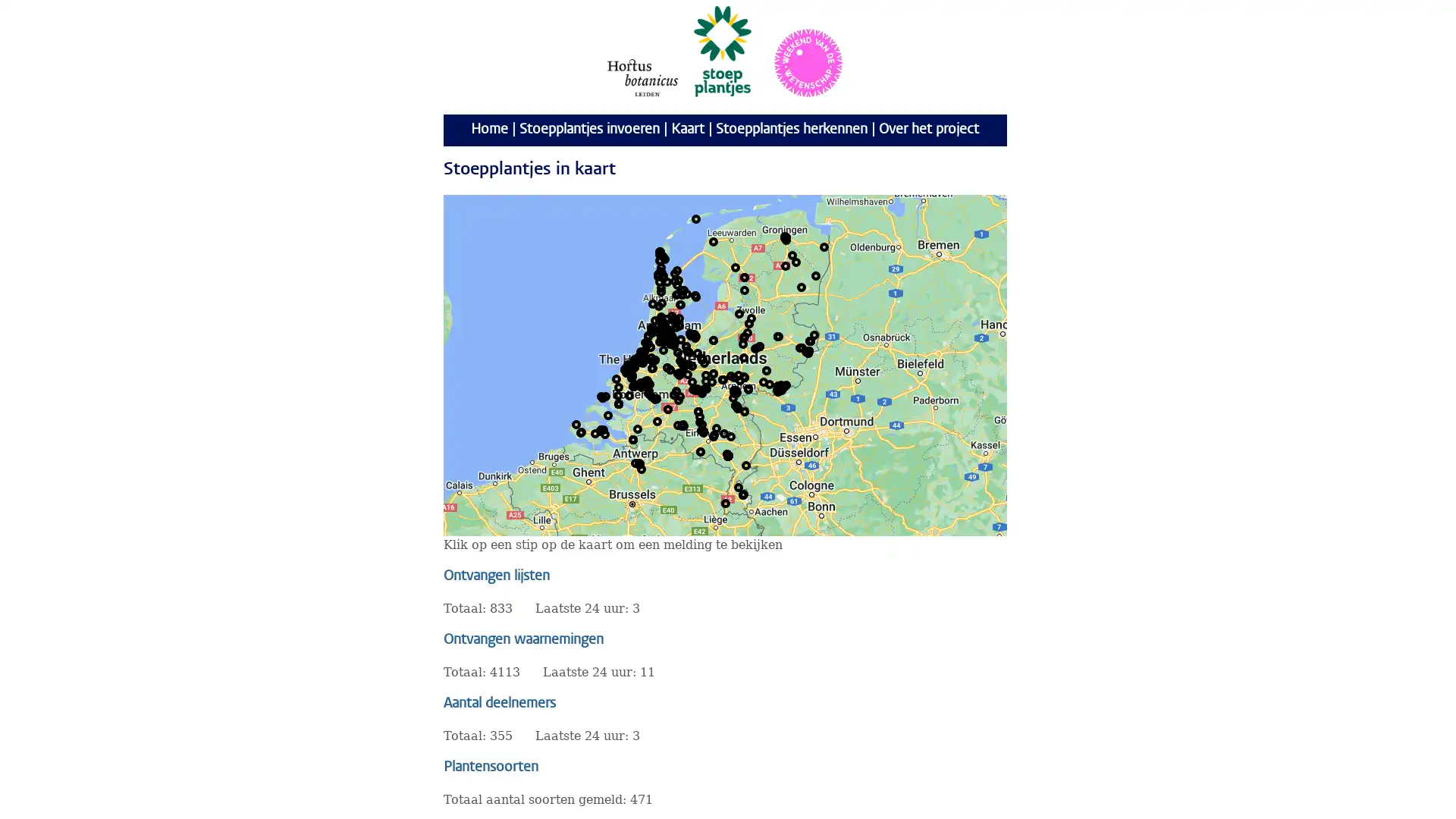  I want to click on Telling van op 20 maart 2022, so click(662, 271).